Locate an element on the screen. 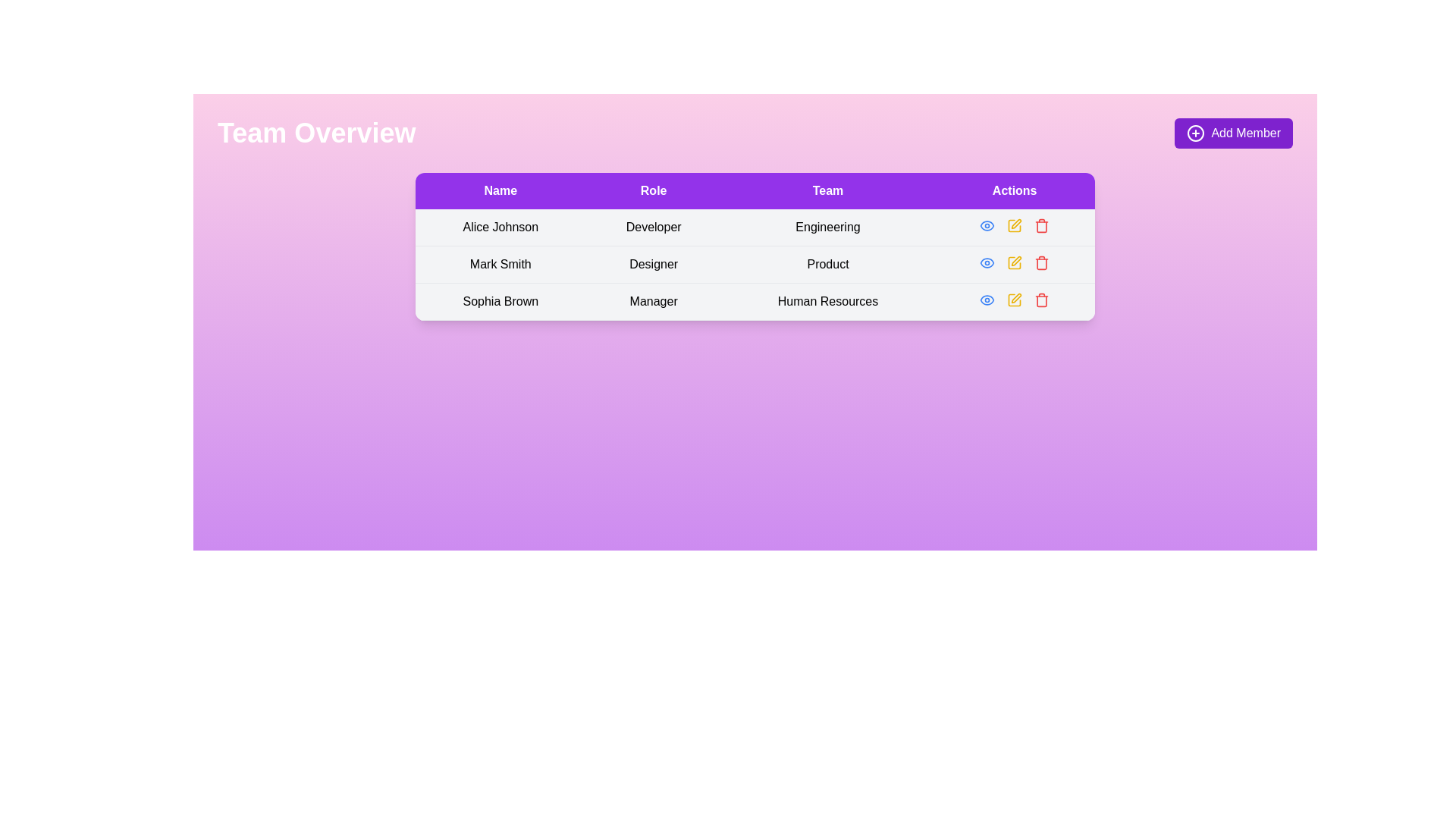  the small yellow pen icon in the Actions column of the first row associated with 'Alice Johnson' is located at coordinates (1016, 224).